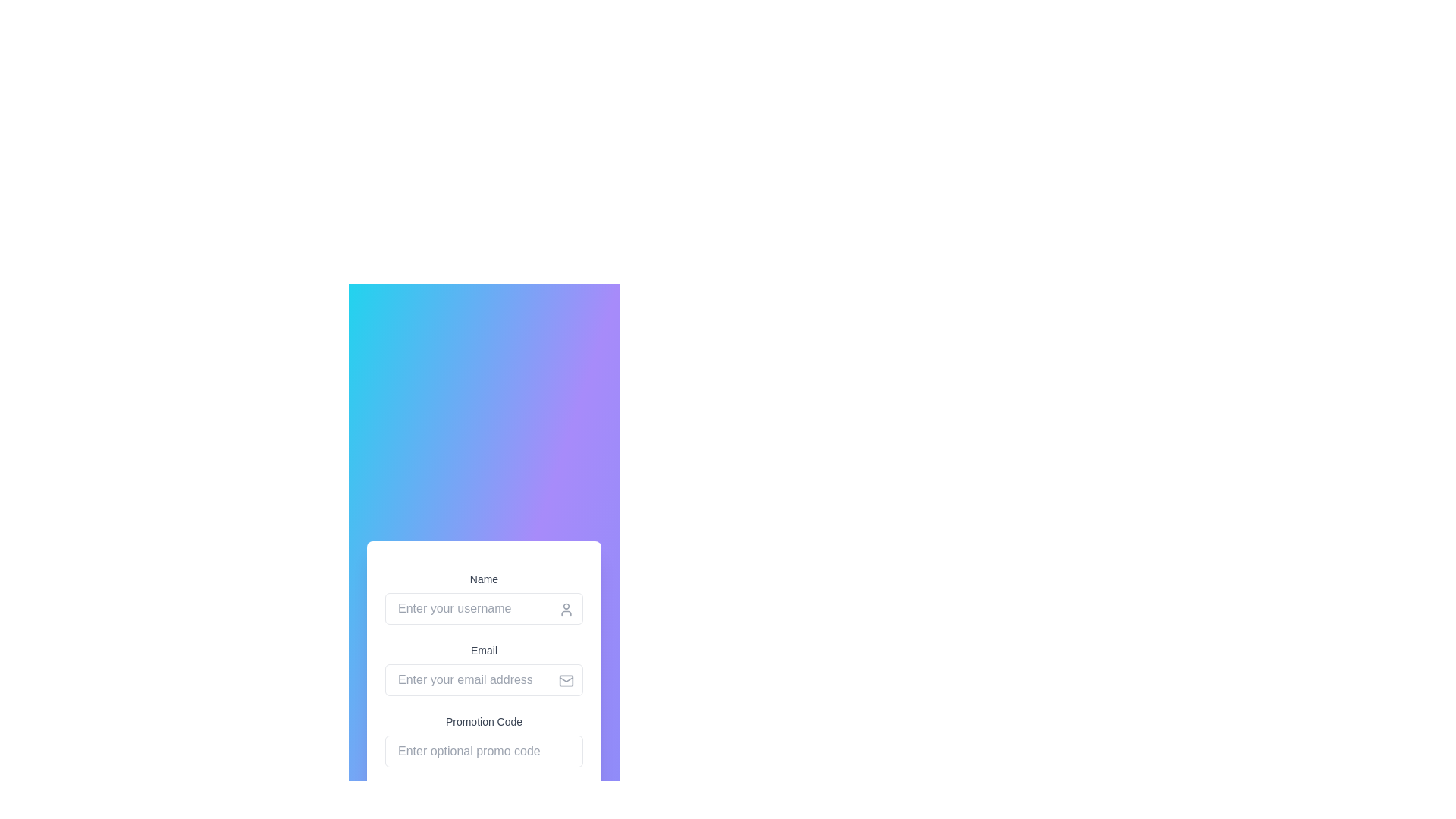 Image resolution: width=1456 pixels, height=819 pixels. Describe the element at coordinates (483, 739) in the screenshot. I see `the 'Promotion Code' text input field` at that location.